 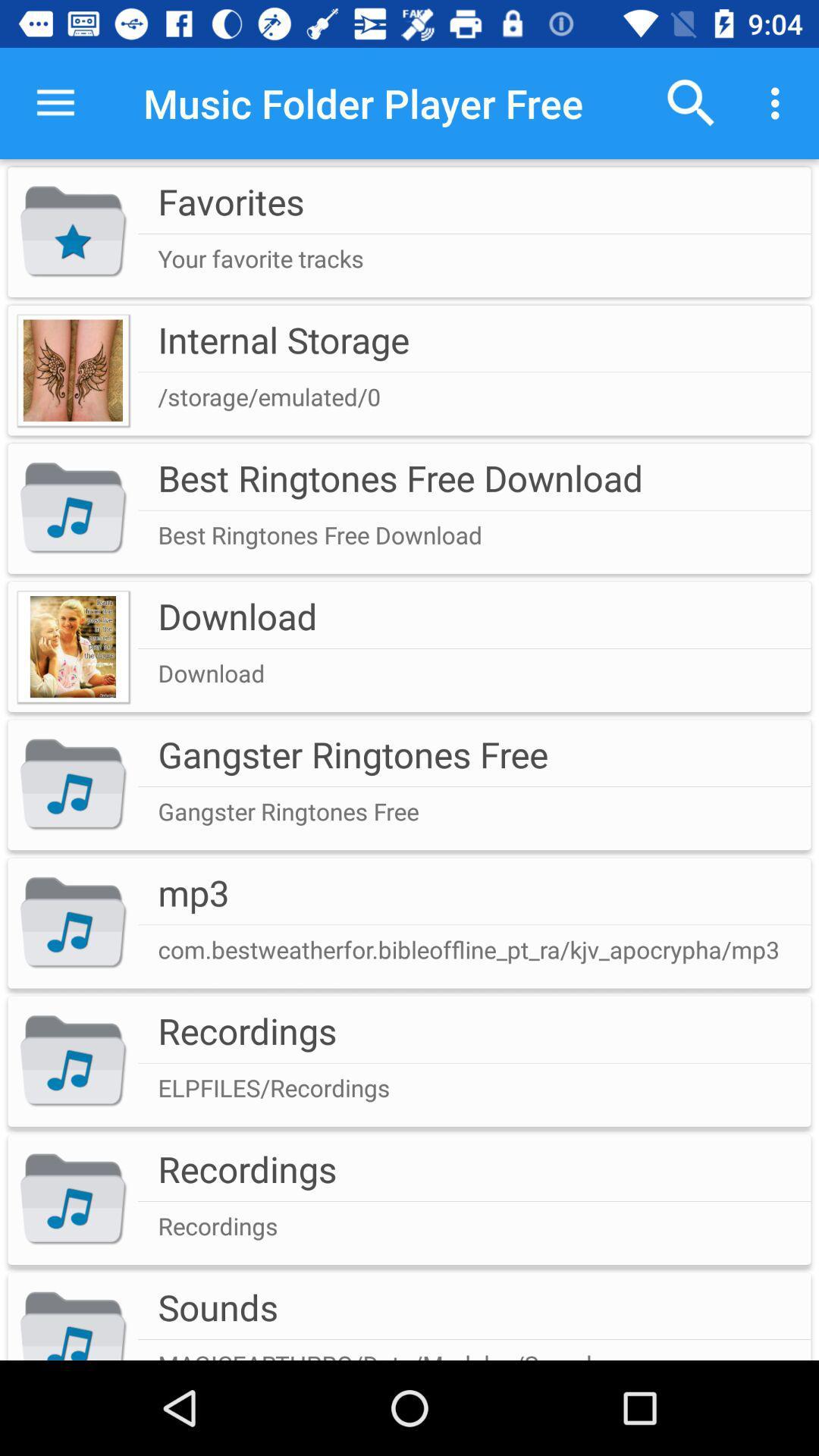 I want to click on the icon left to the recordings, so click(x=73, y=1061).